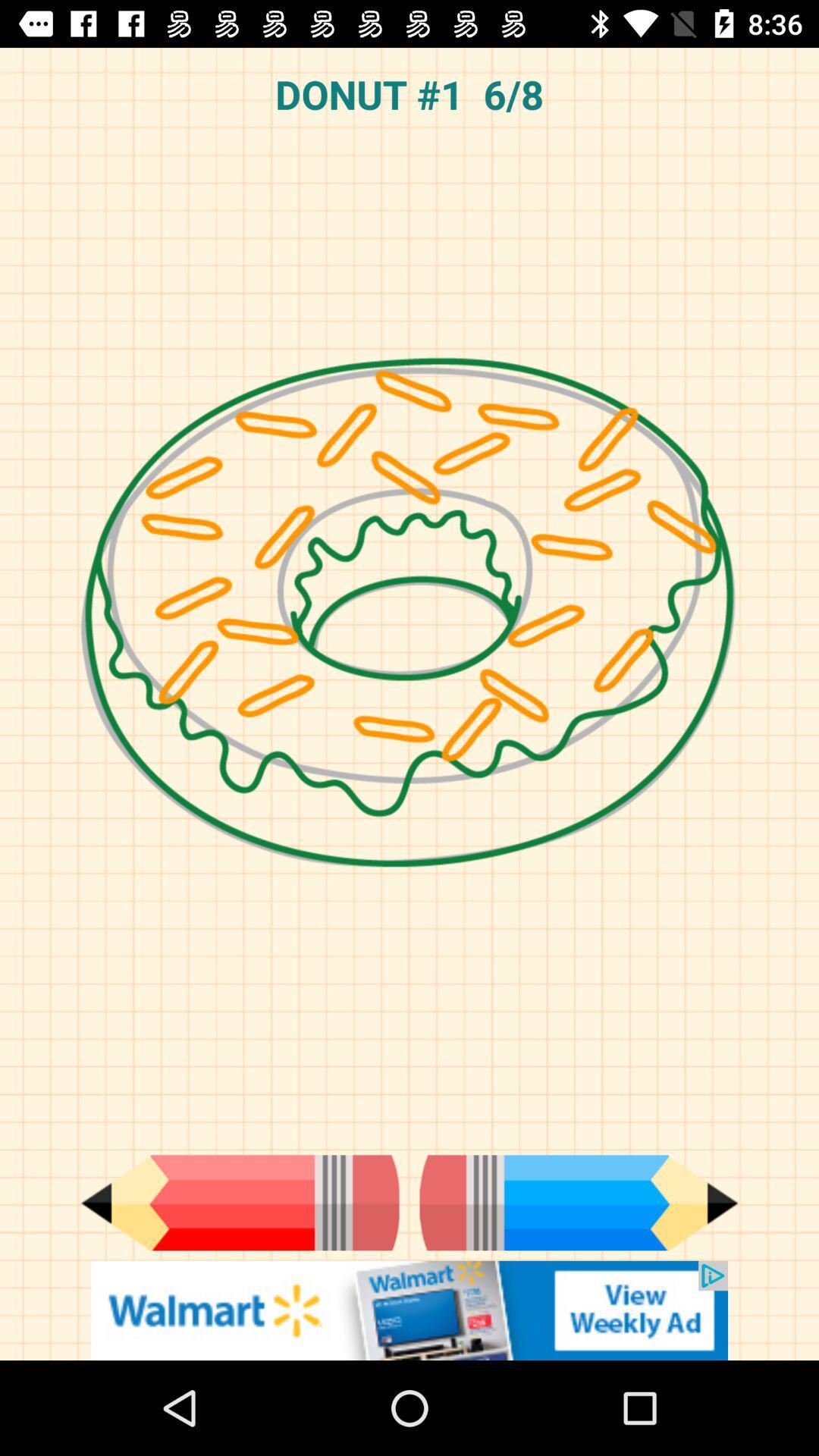 The height and width of the screenshot is (1456, 819). What do you see at coordinates (409, 1310) in the screenshot?
I see `banner advertisement` at bounding box center [409, 1310].